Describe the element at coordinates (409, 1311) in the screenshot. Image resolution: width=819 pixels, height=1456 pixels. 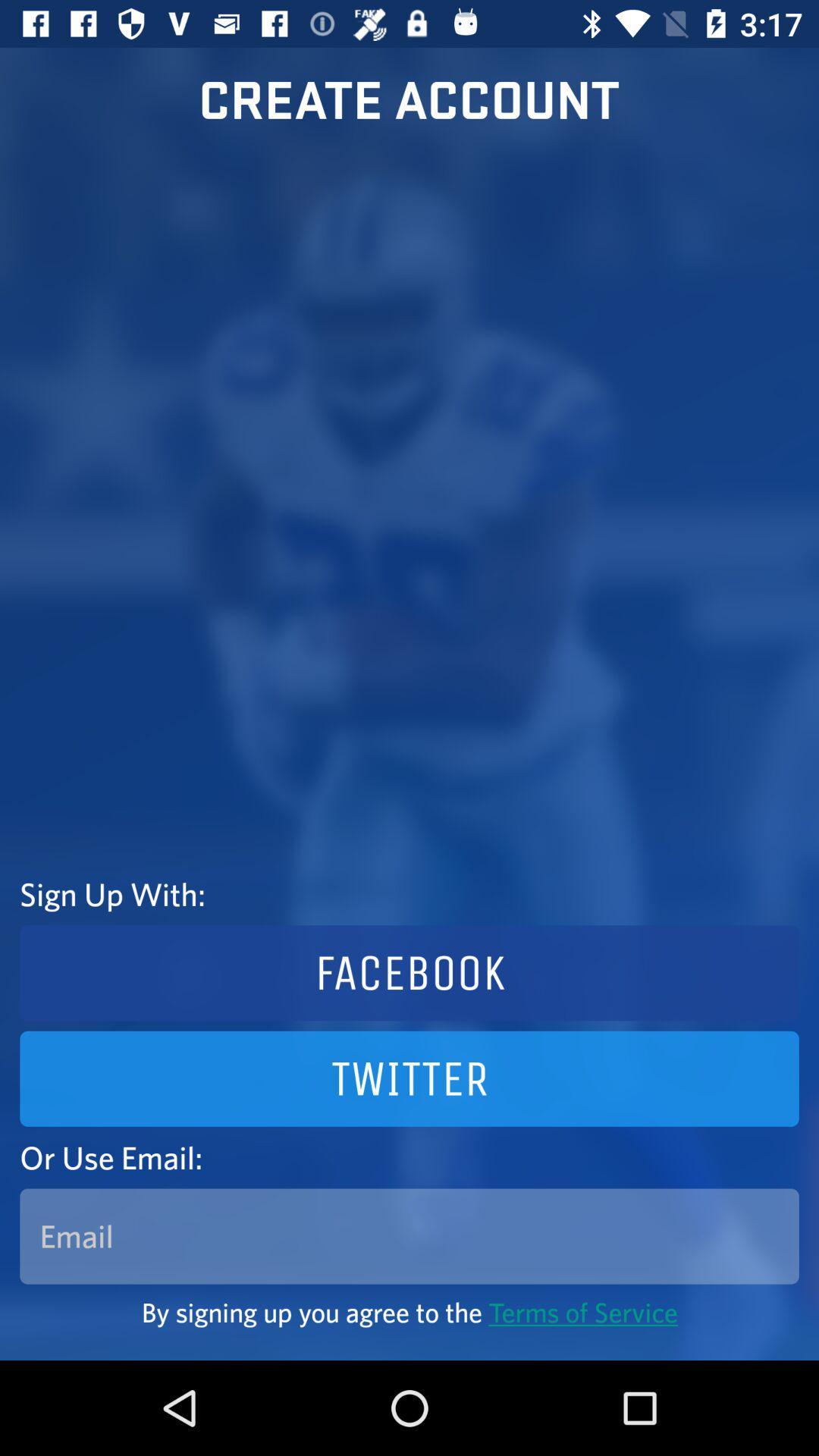
I see `item below the email` at that location.